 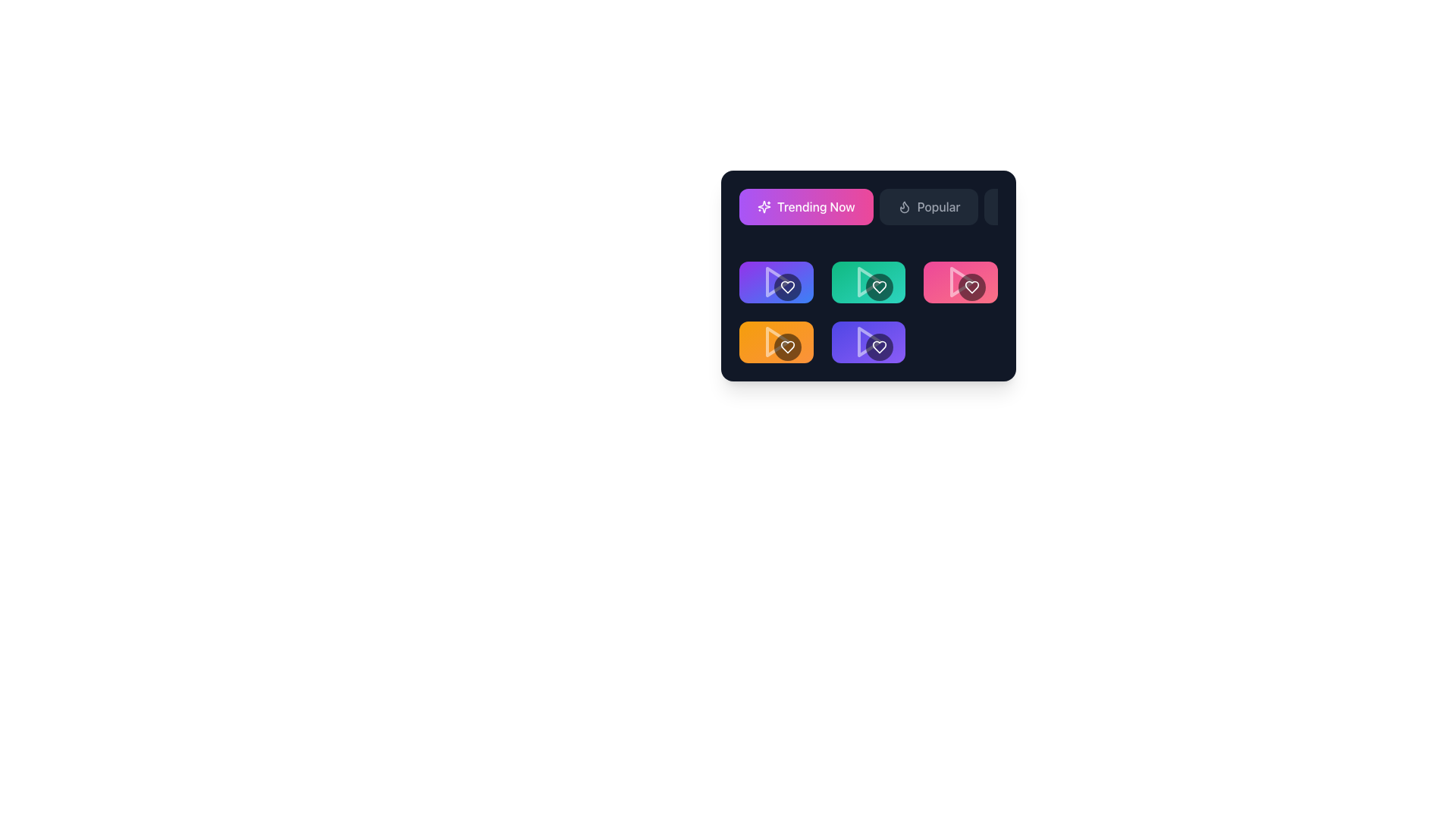 What do you see at coordinates (904, 207) in the screenshot?
I see `the flame icon located in the navigation bar adjacent to the 'Popular' text button` at bounding box center [904, 207].